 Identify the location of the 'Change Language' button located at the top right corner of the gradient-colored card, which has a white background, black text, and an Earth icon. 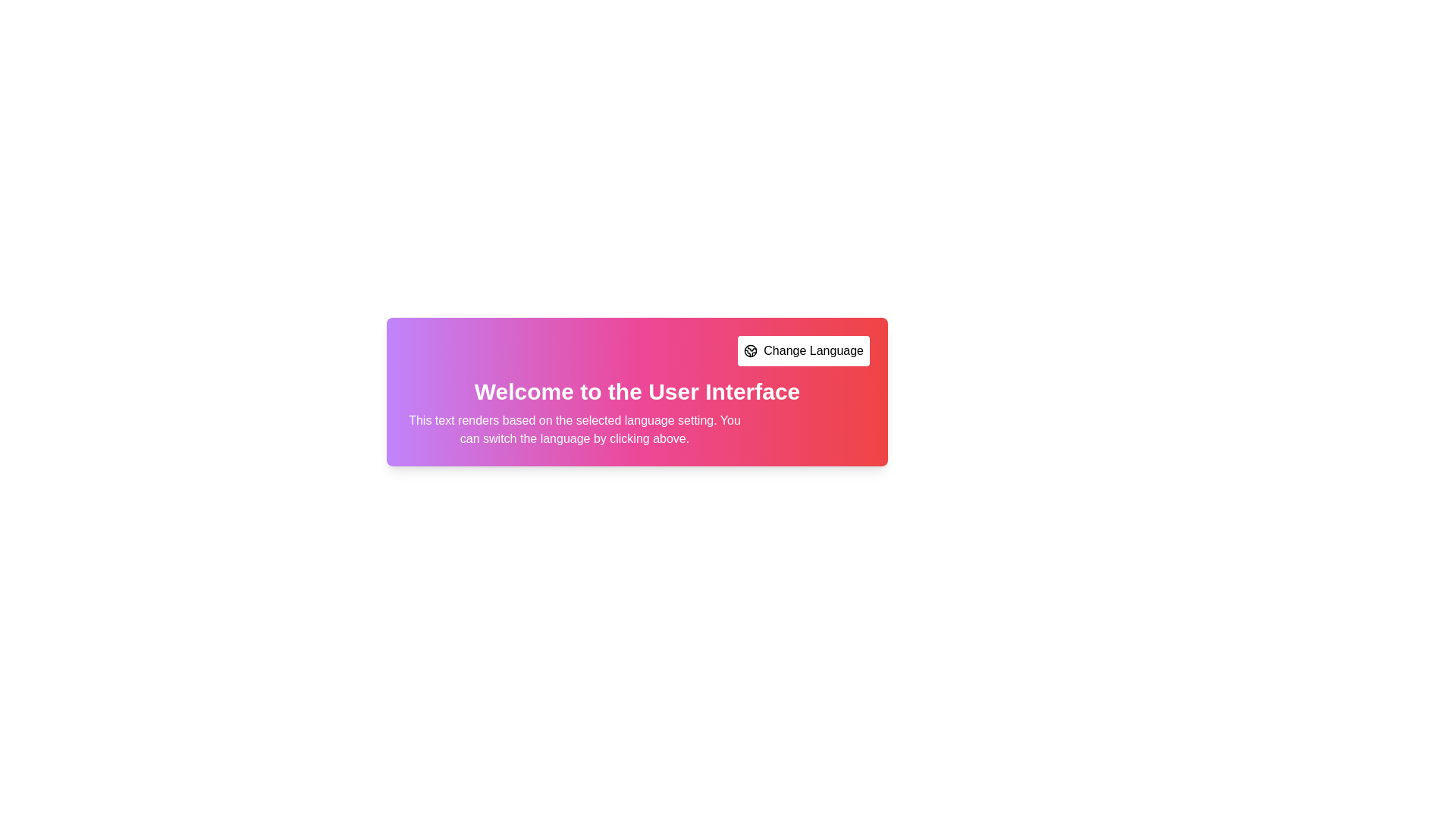
(803, 350).